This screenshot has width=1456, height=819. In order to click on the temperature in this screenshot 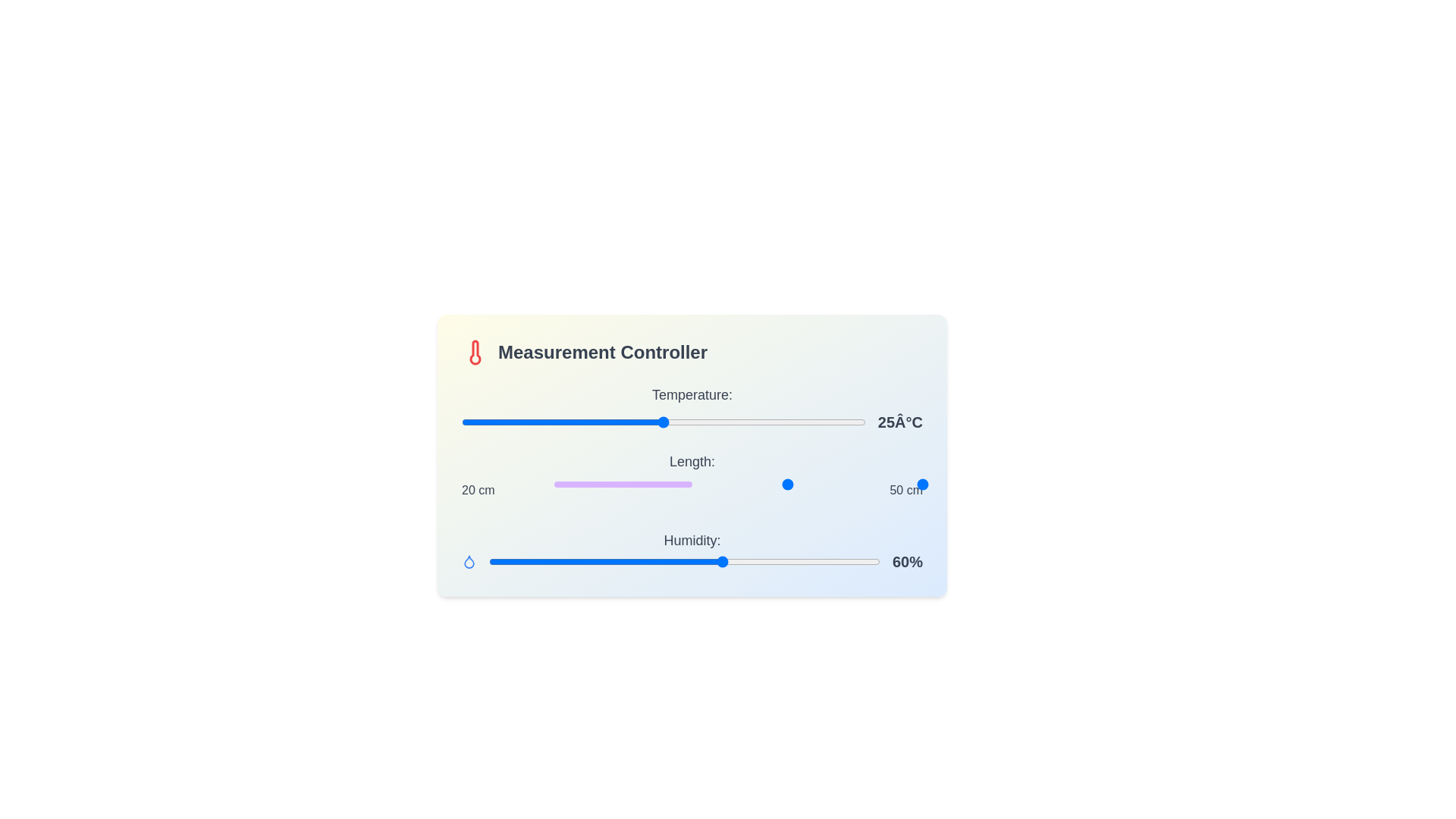, I will do `click(485, 422)`.